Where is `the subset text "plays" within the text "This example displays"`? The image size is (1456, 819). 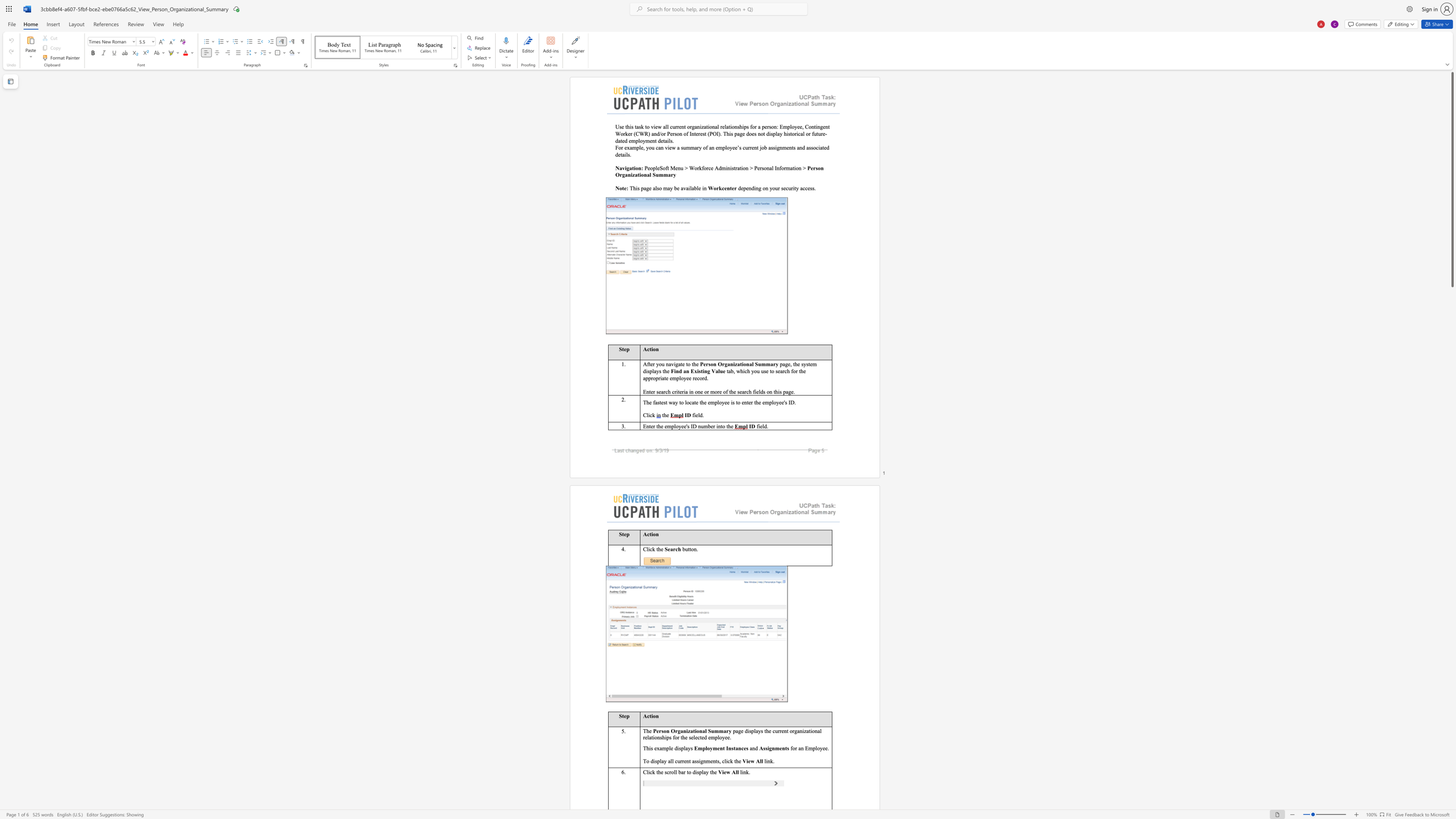 the subset text "plays" within the text "This example displays" is located at coordinates (681, 747).